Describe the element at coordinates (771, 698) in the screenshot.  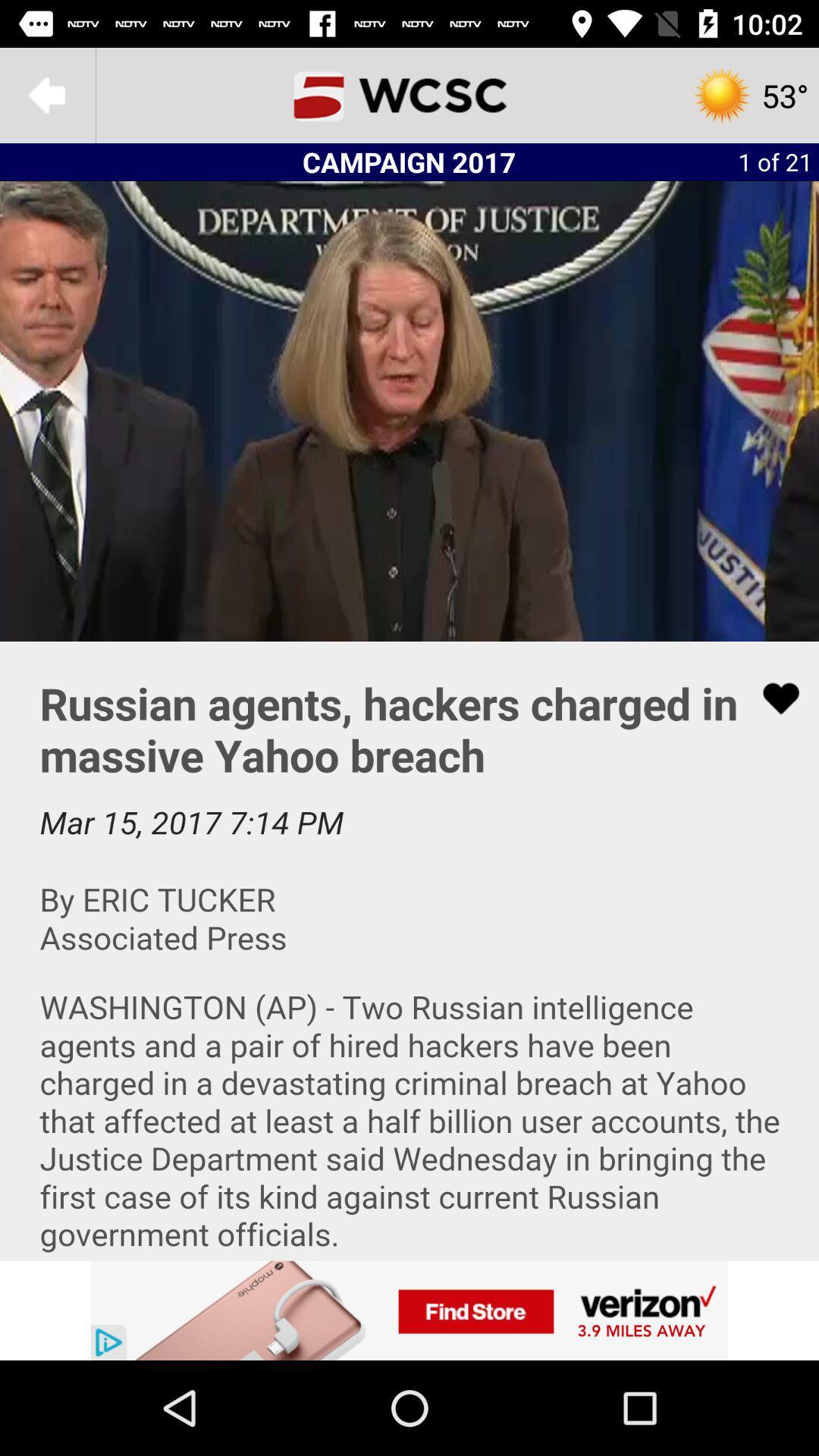
I see `the favorite icon` at that location.